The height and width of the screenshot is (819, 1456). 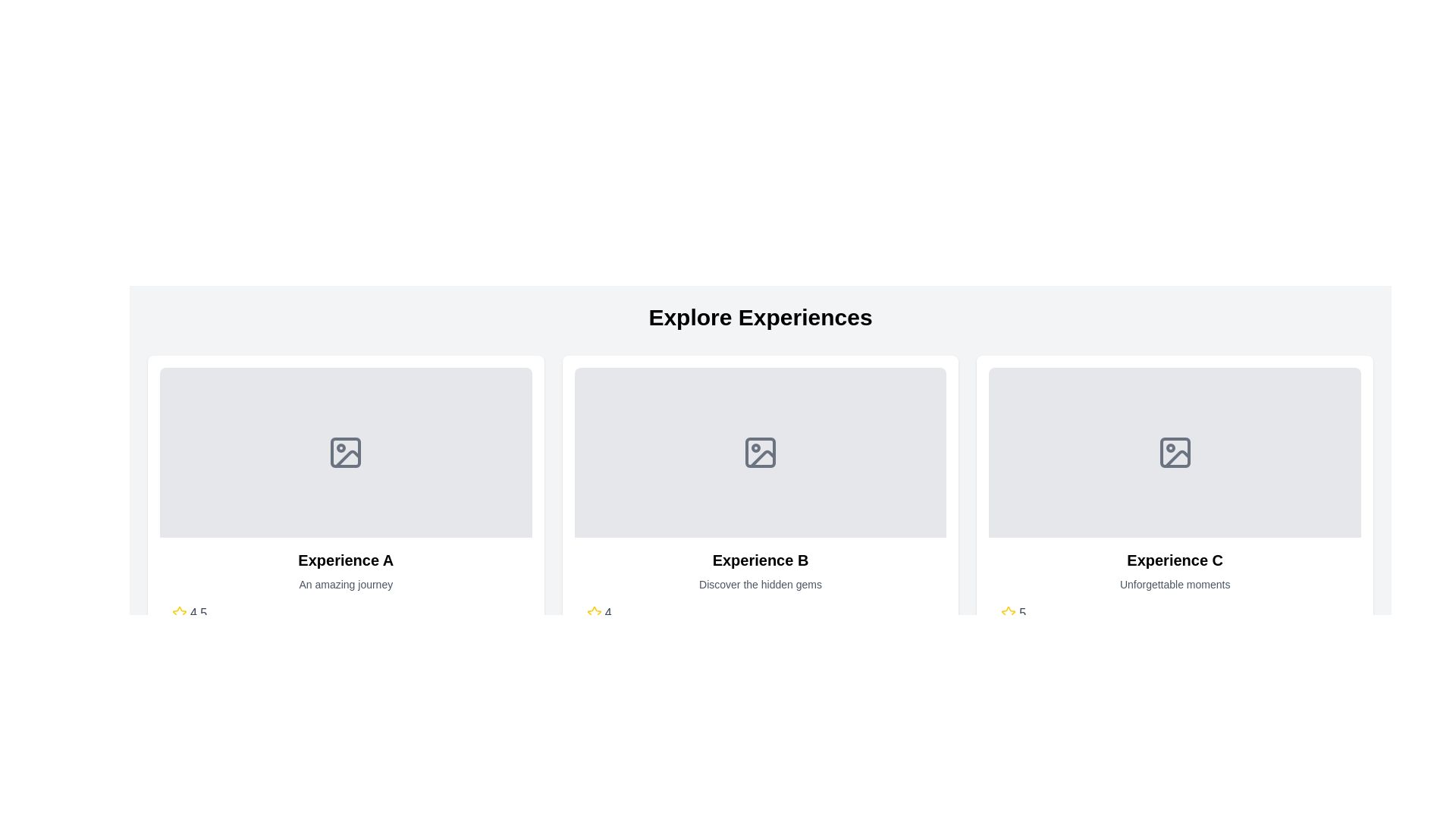 I want to click on the star icon representing a positive rating in the 'Experience C' section, which is located to the left of the numeric rating value '5', so click(x=1009, y=613).